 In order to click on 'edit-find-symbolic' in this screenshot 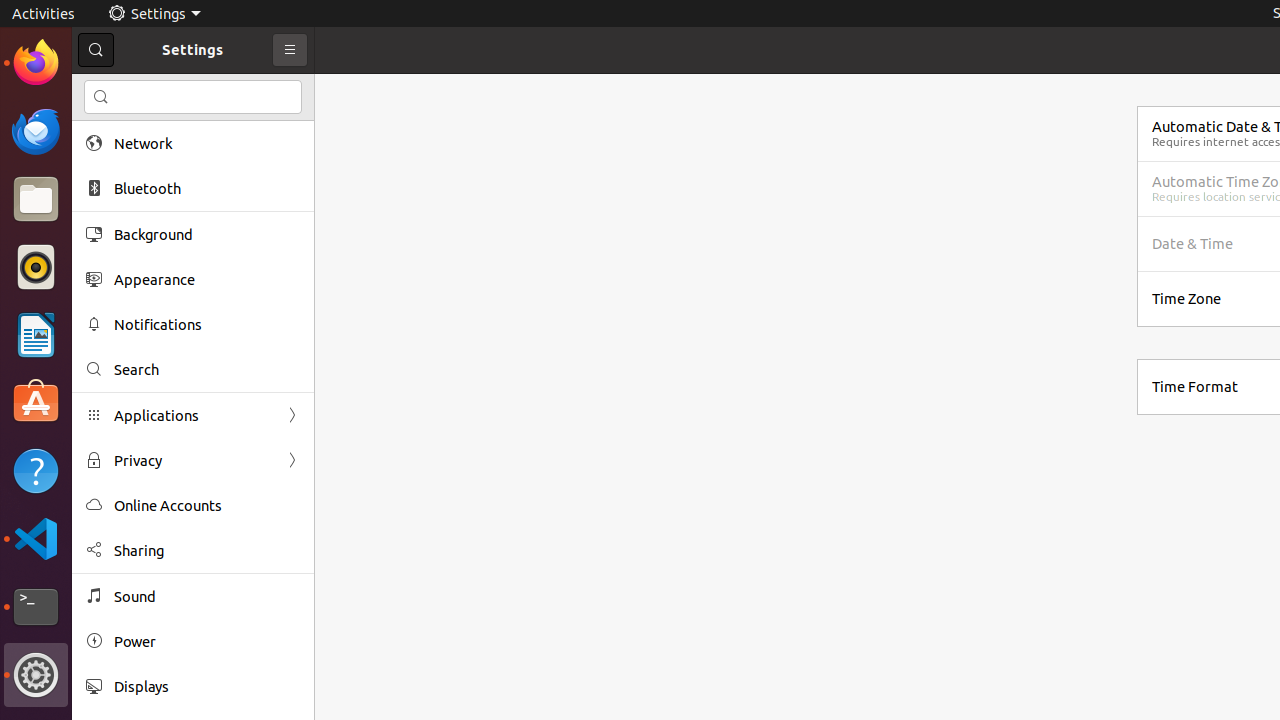, I will do `click(99, 96)`.